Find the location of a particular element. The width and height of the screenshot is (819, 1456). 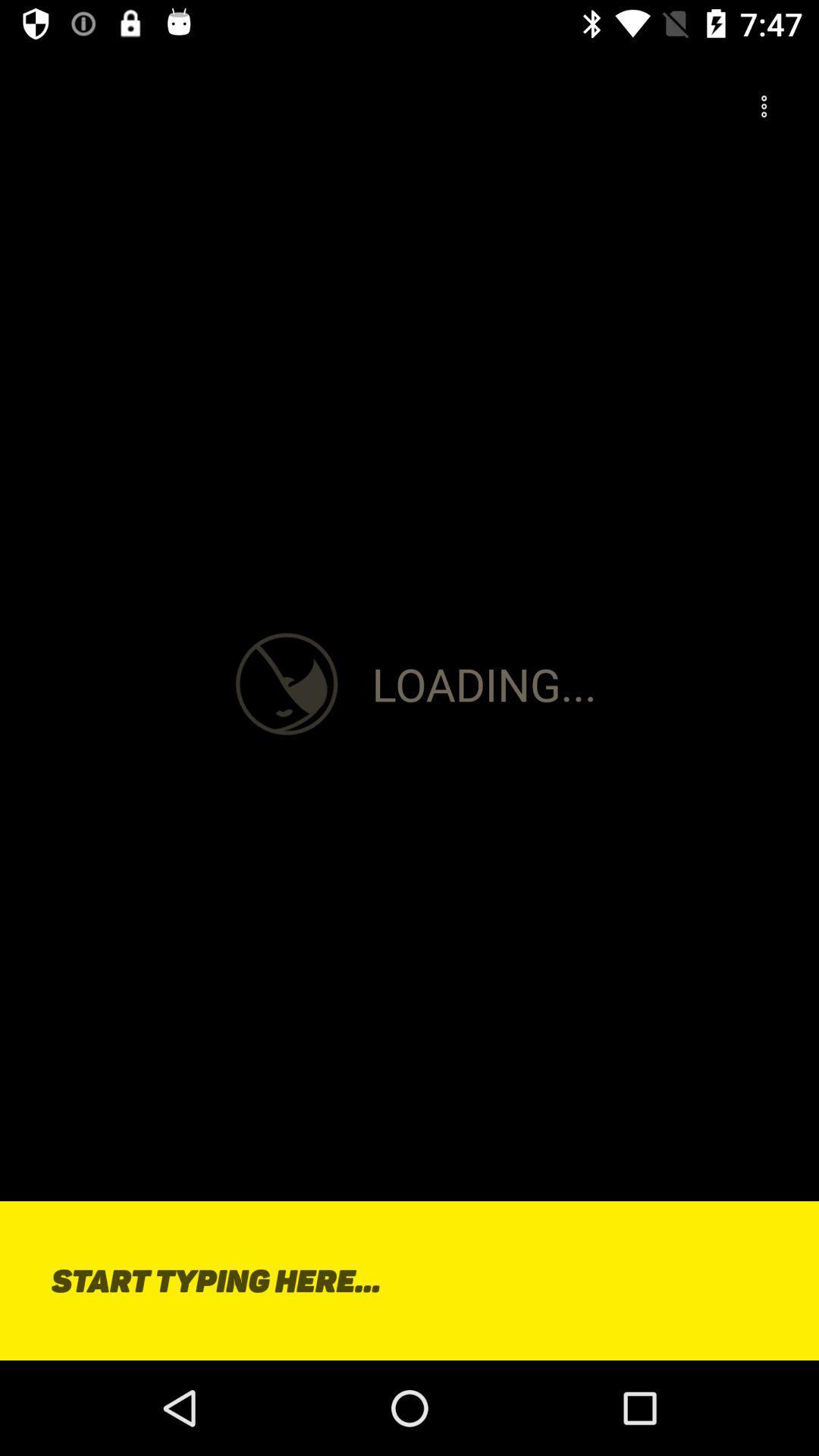

start typing here... item is located at coordinates (409, 1280).